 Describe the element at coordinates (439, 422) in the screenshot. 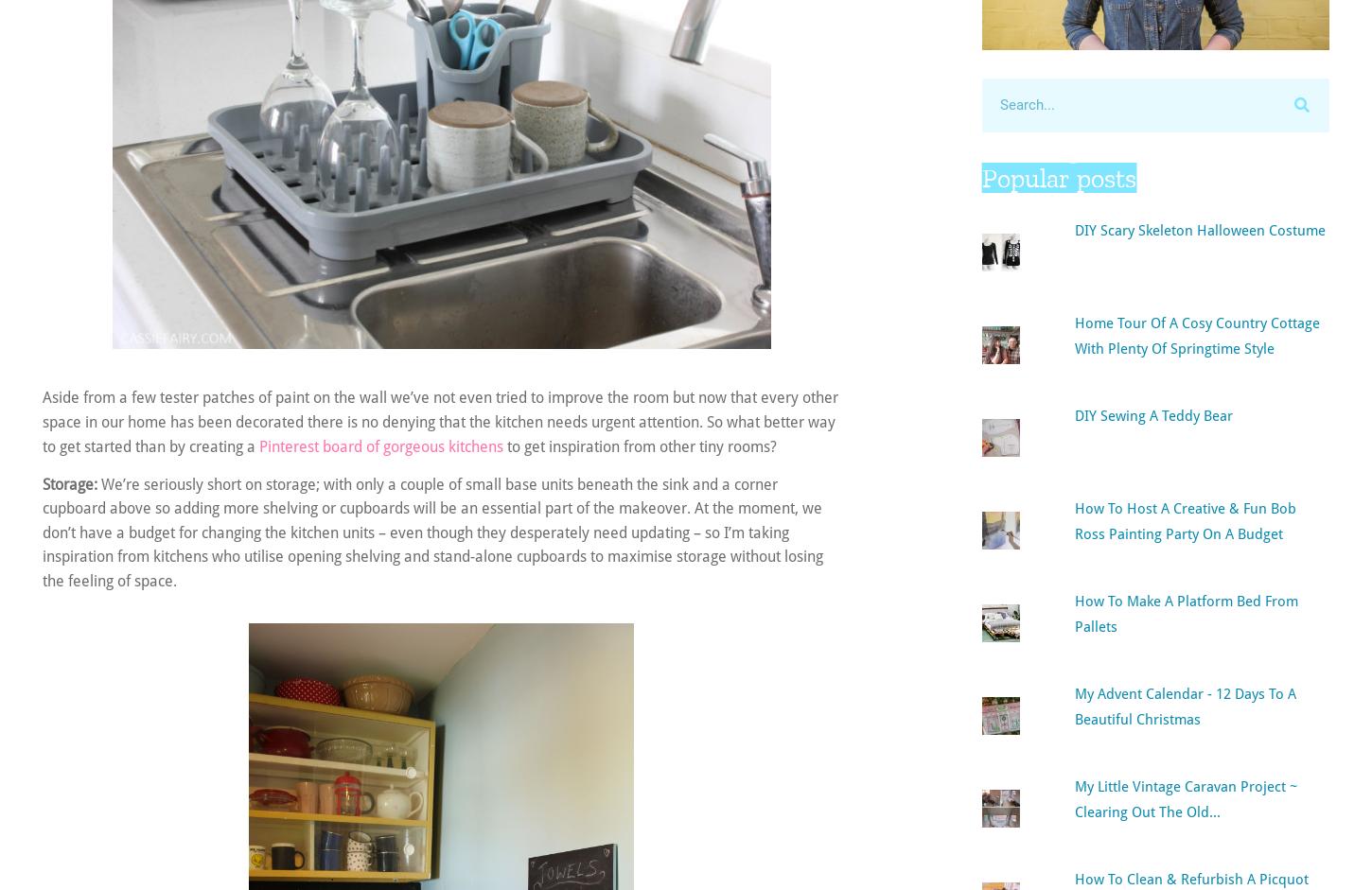

I see `'Aside from a few tester patches of paint on the wall we’ve not even tried to improve the room but now that every other space in our home has been decorated there is no denying that the kitchen needs urgent attention. So what better way to get started than by creating a'` at that location.